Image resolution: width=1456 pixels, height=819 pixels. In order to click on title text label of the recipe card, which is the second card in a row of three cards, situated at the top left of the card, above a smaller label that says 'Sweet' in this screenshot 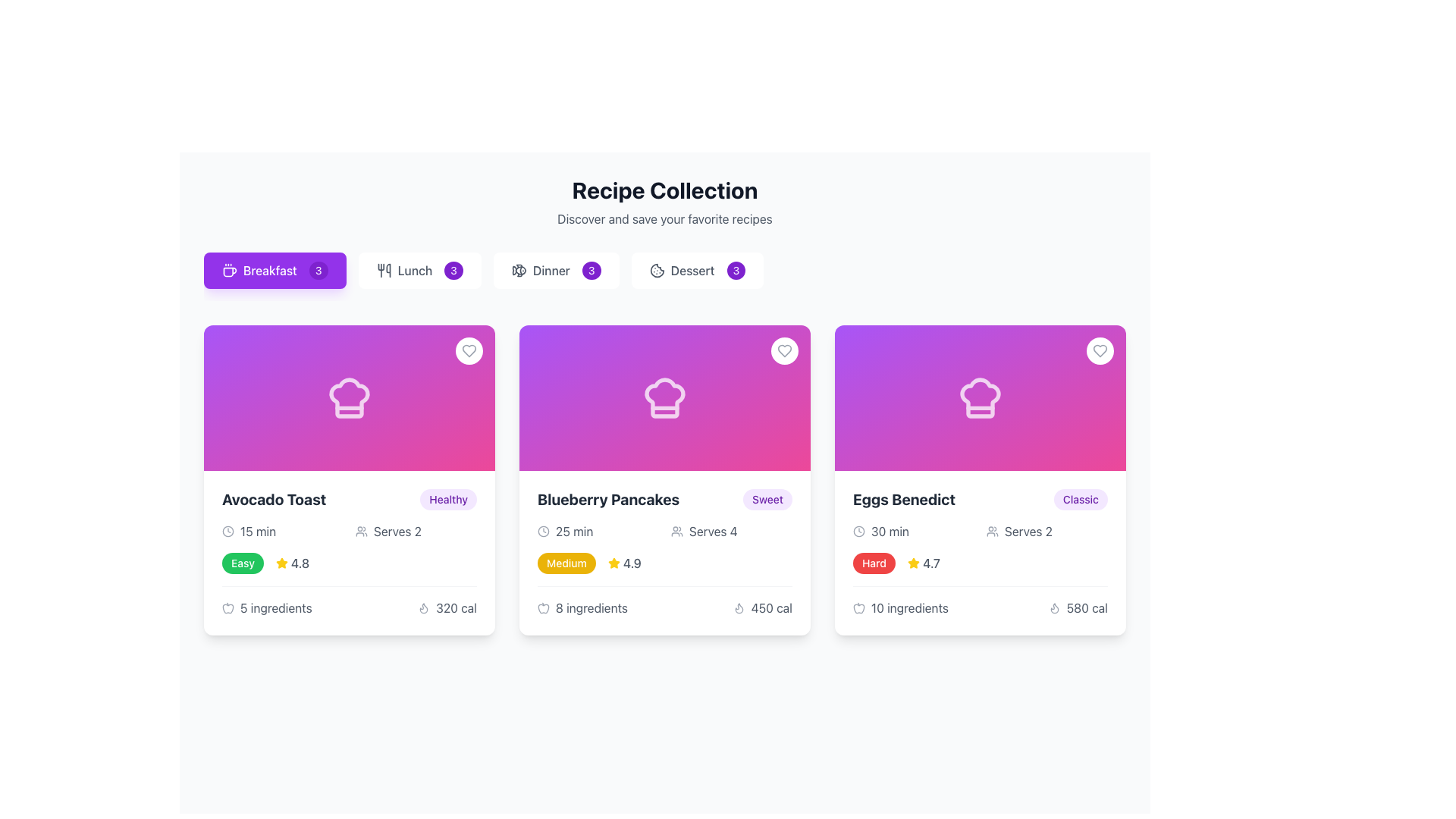, I will do `click(608, 500)`.